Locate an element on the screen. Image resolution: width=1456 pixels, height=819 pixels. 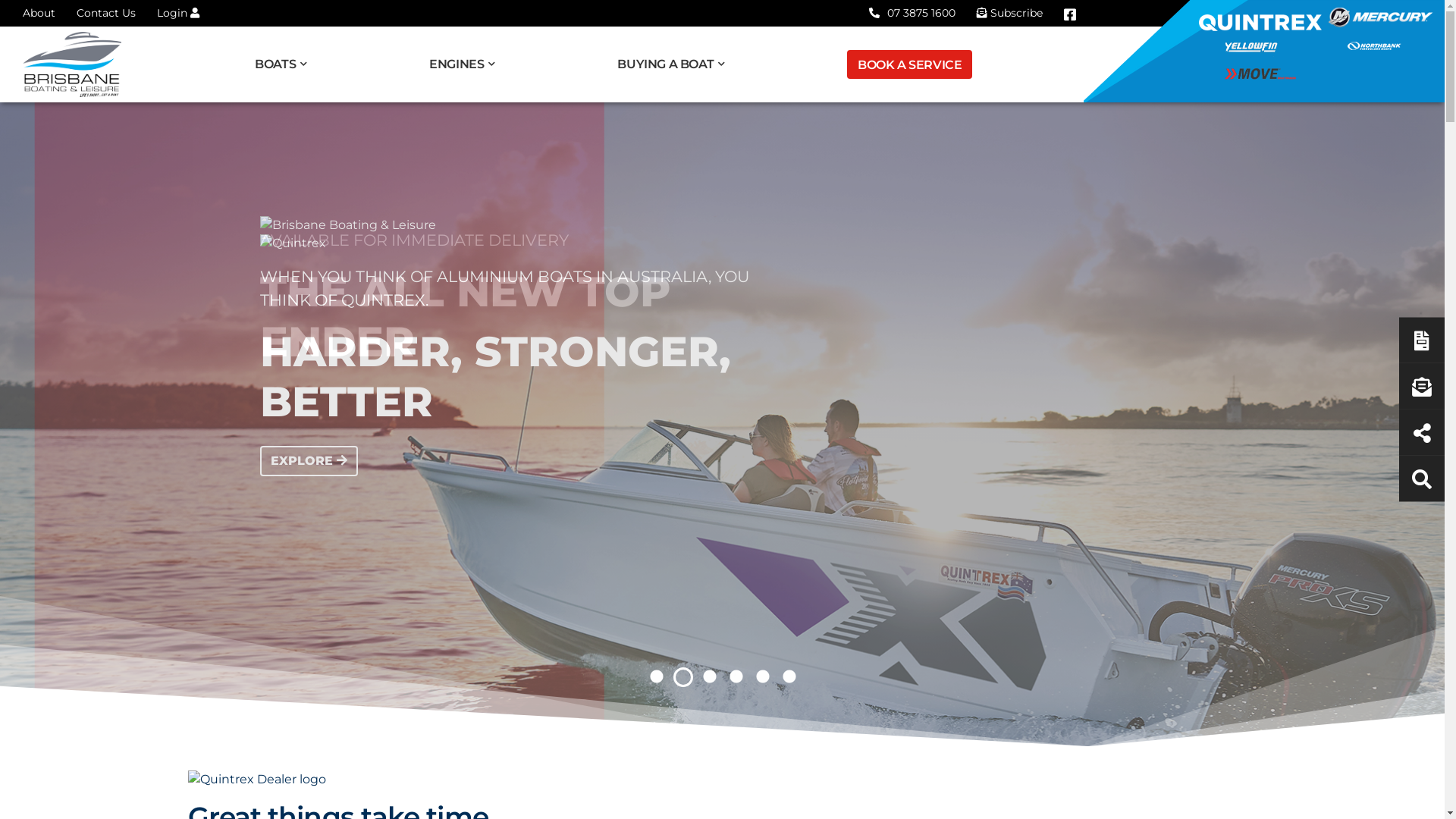
'Login' is located at coordinates (178, 12).